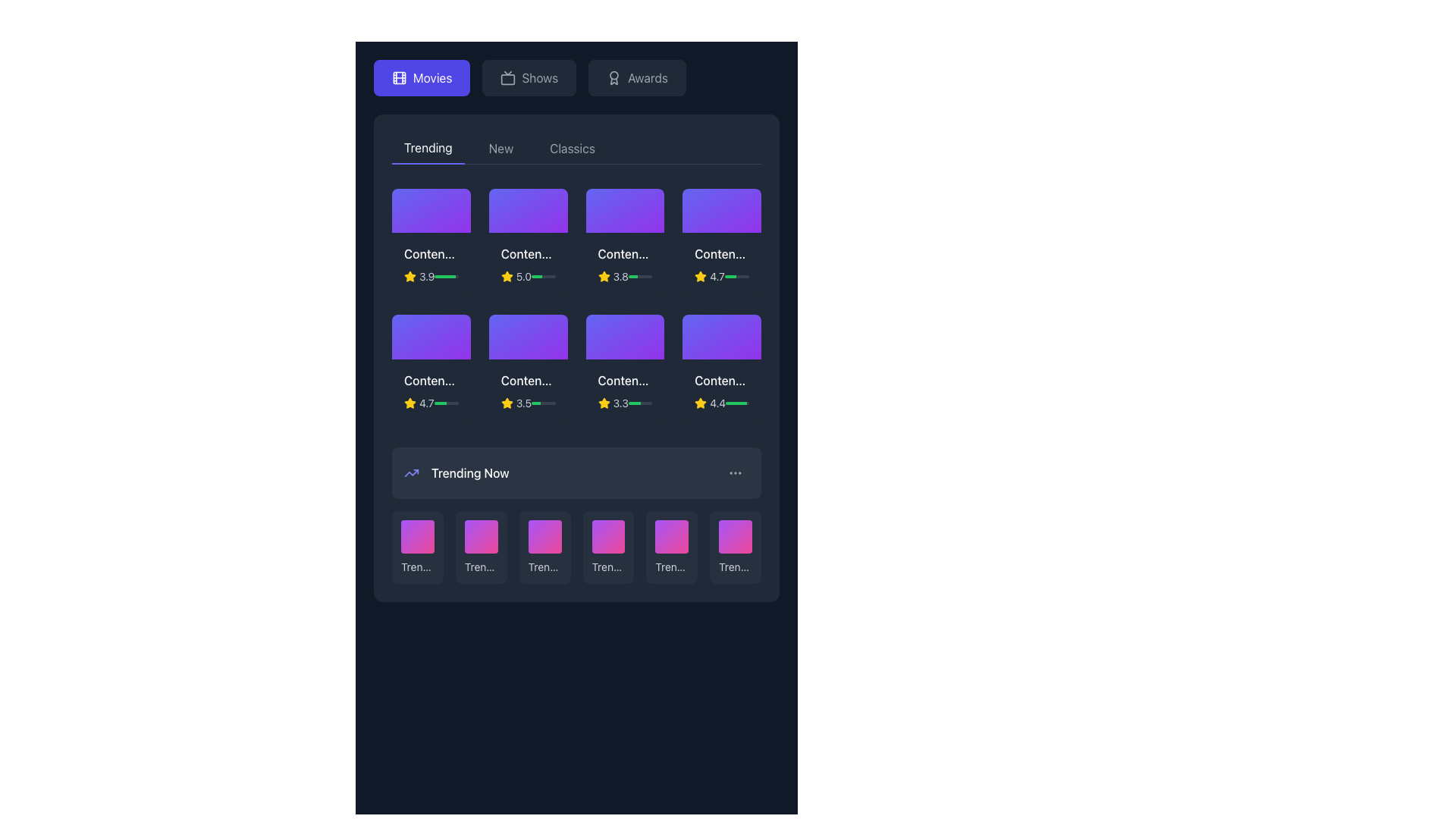 The image size is (1456, 819). I want to click on the value displayed in the rating system, which consists of a yellow star icon followed by the text '4.7' in gray, located in the top-right section of the 'Trending' content area under the 'Movies' category, so click(709, 277).